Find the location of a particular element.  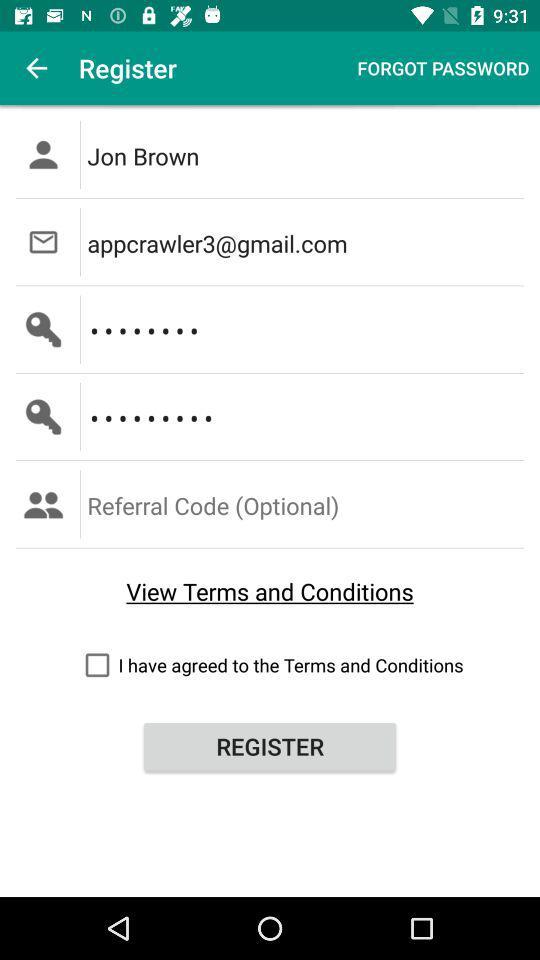

the icon next to the register item is located at coordinates (36, 68).